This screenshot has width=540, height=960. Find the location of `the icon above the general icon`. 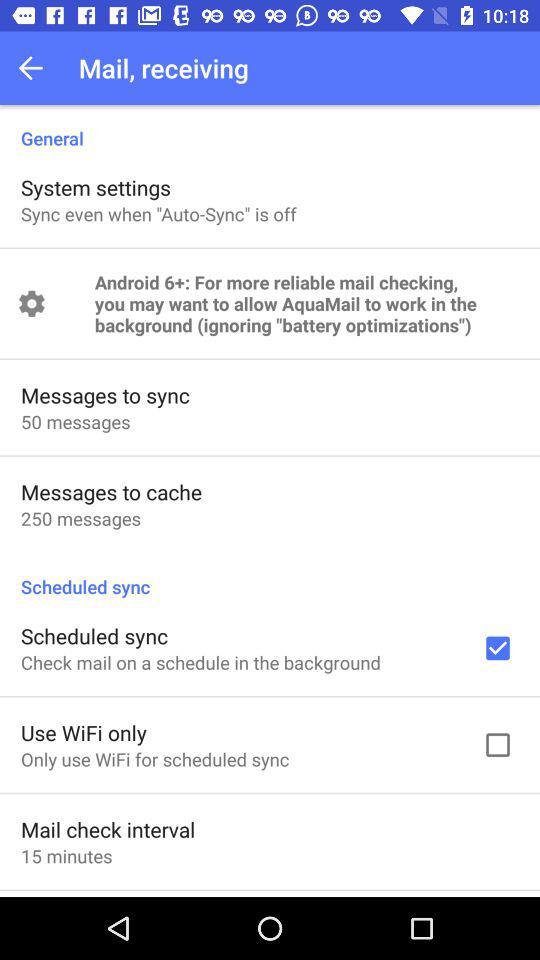

the icon above the general icon is located at coordinates (36, 68).